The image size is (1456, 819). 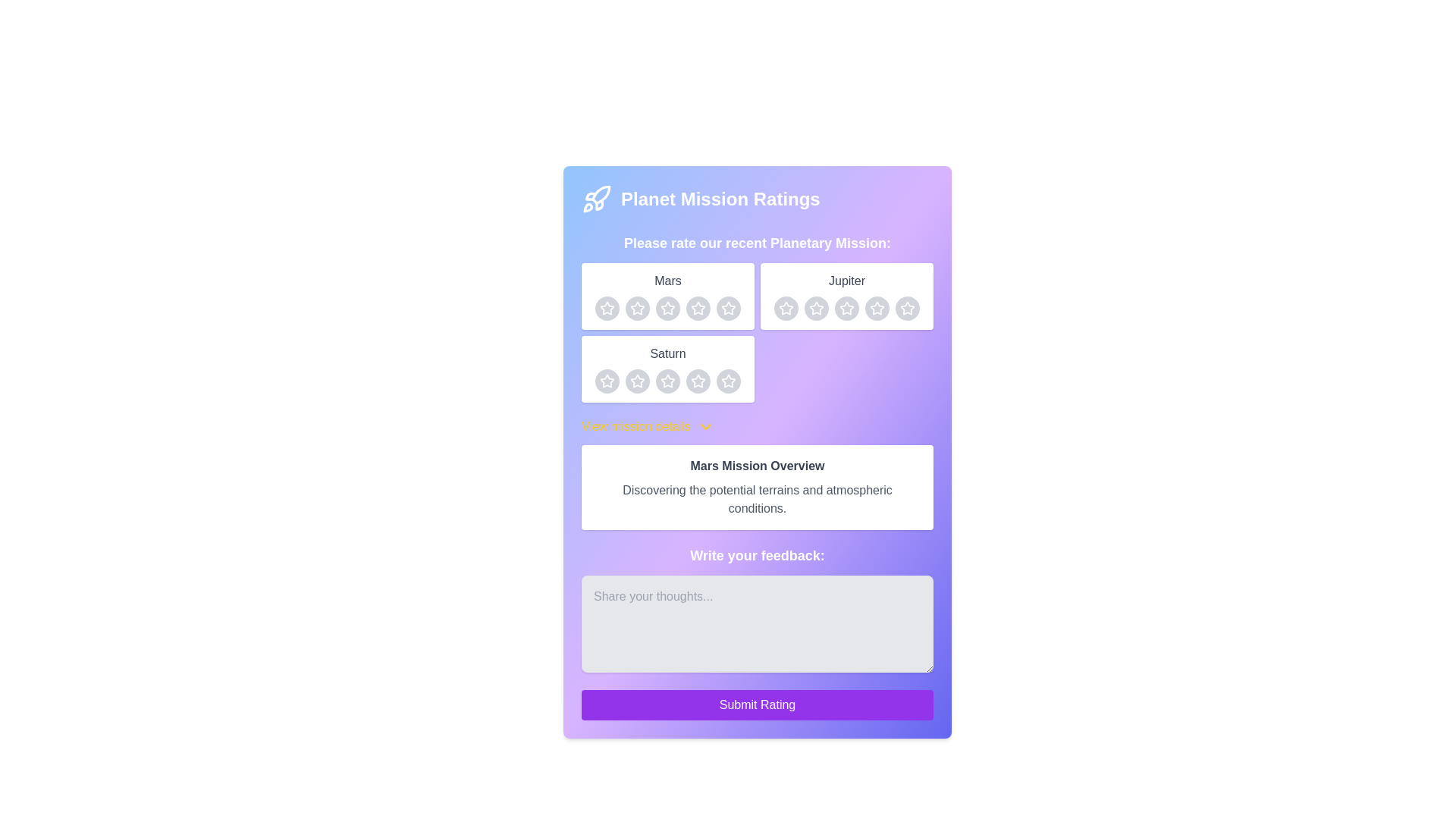 I want to click on title section that displays 'Please rate our recent Planetary Mission:' which is located at the top of the rating section above the planet options, so click(x=757, y=317).